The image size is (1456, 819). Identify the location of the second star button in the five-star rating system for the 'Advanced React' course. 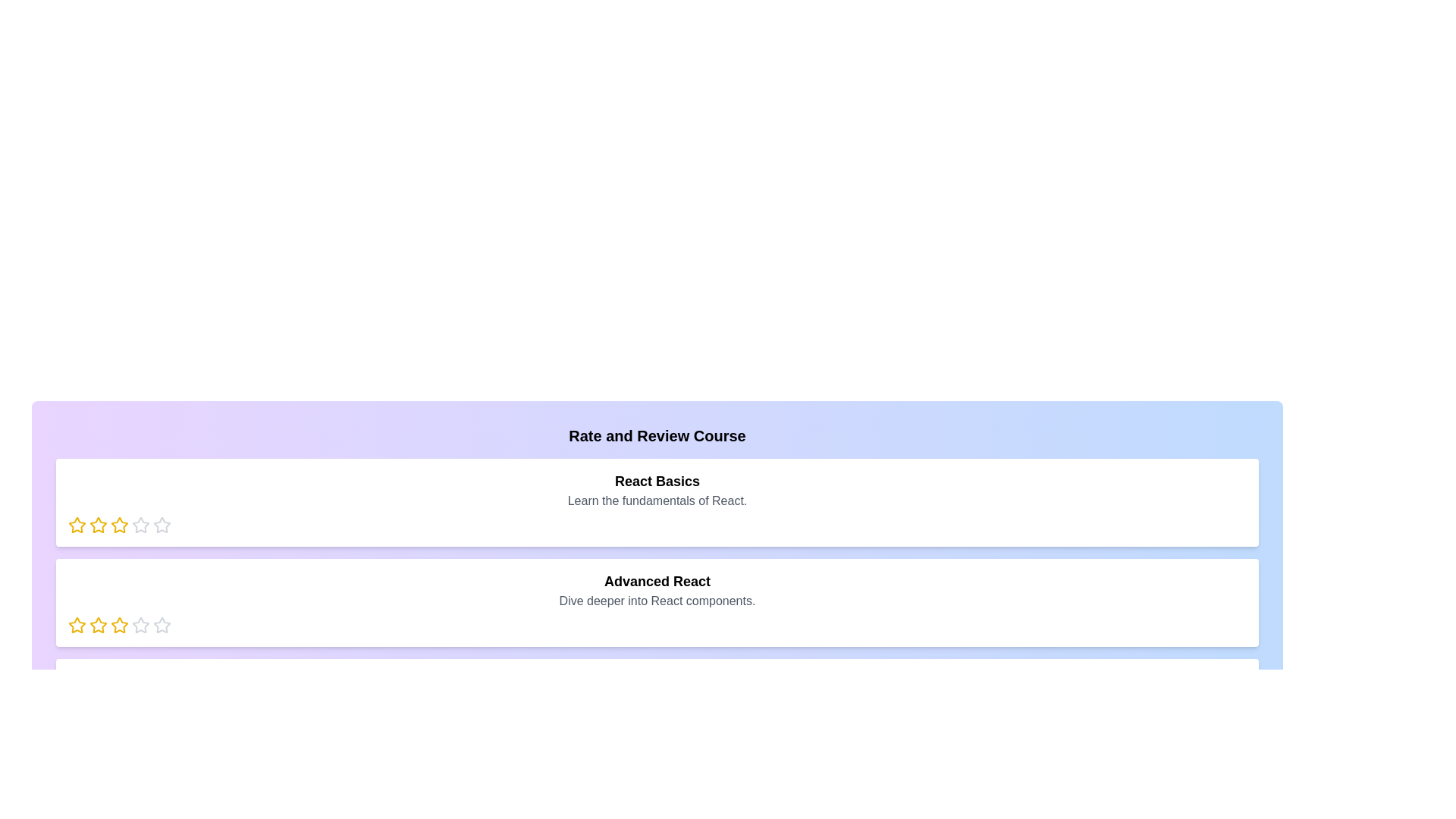
(141, 625).